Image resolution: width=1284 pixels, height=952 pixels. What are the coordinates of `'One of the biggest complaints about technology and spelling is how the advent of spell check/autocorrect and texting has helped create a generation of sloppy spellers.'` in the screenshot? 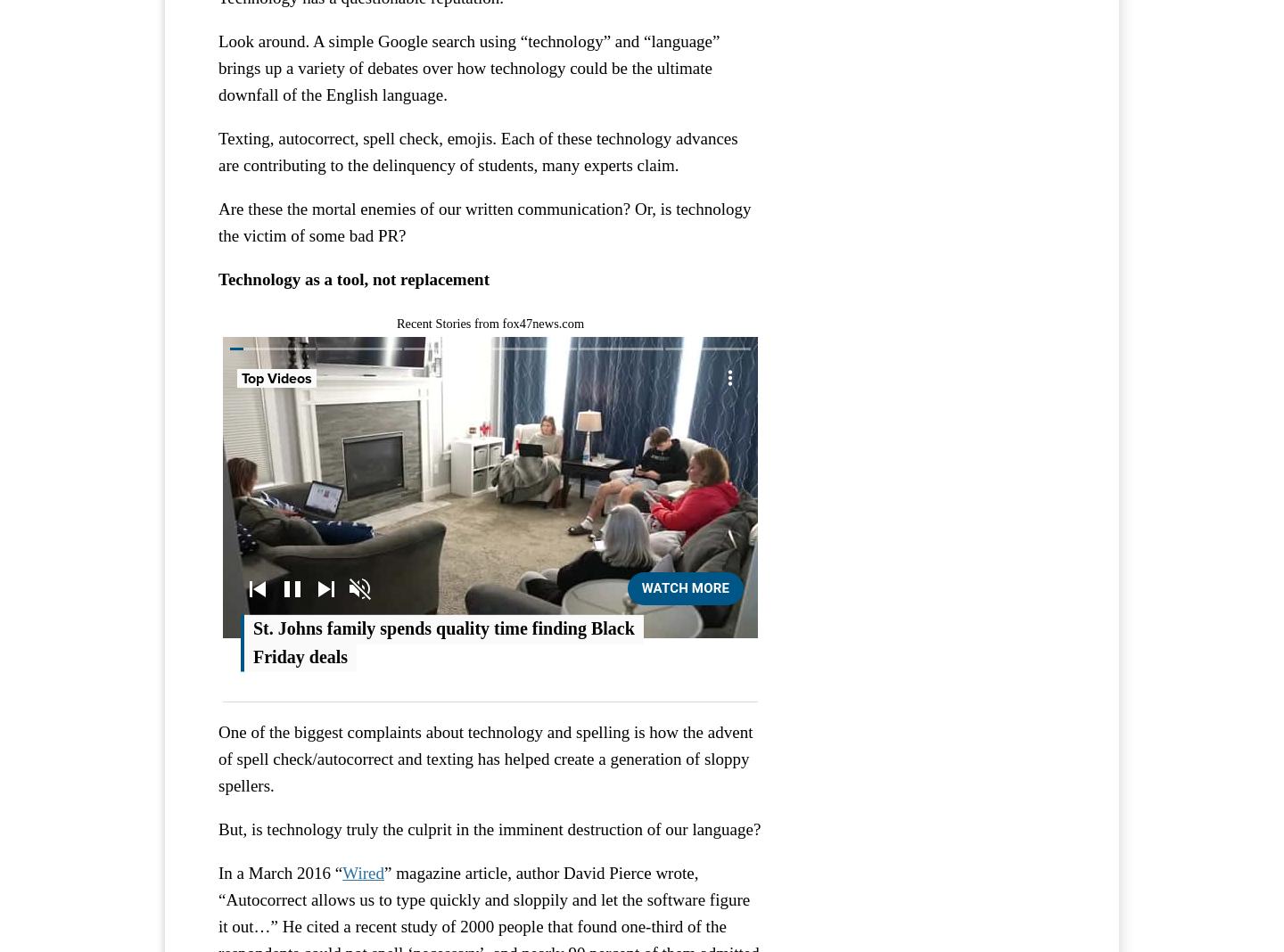 It's located at (485, 757).